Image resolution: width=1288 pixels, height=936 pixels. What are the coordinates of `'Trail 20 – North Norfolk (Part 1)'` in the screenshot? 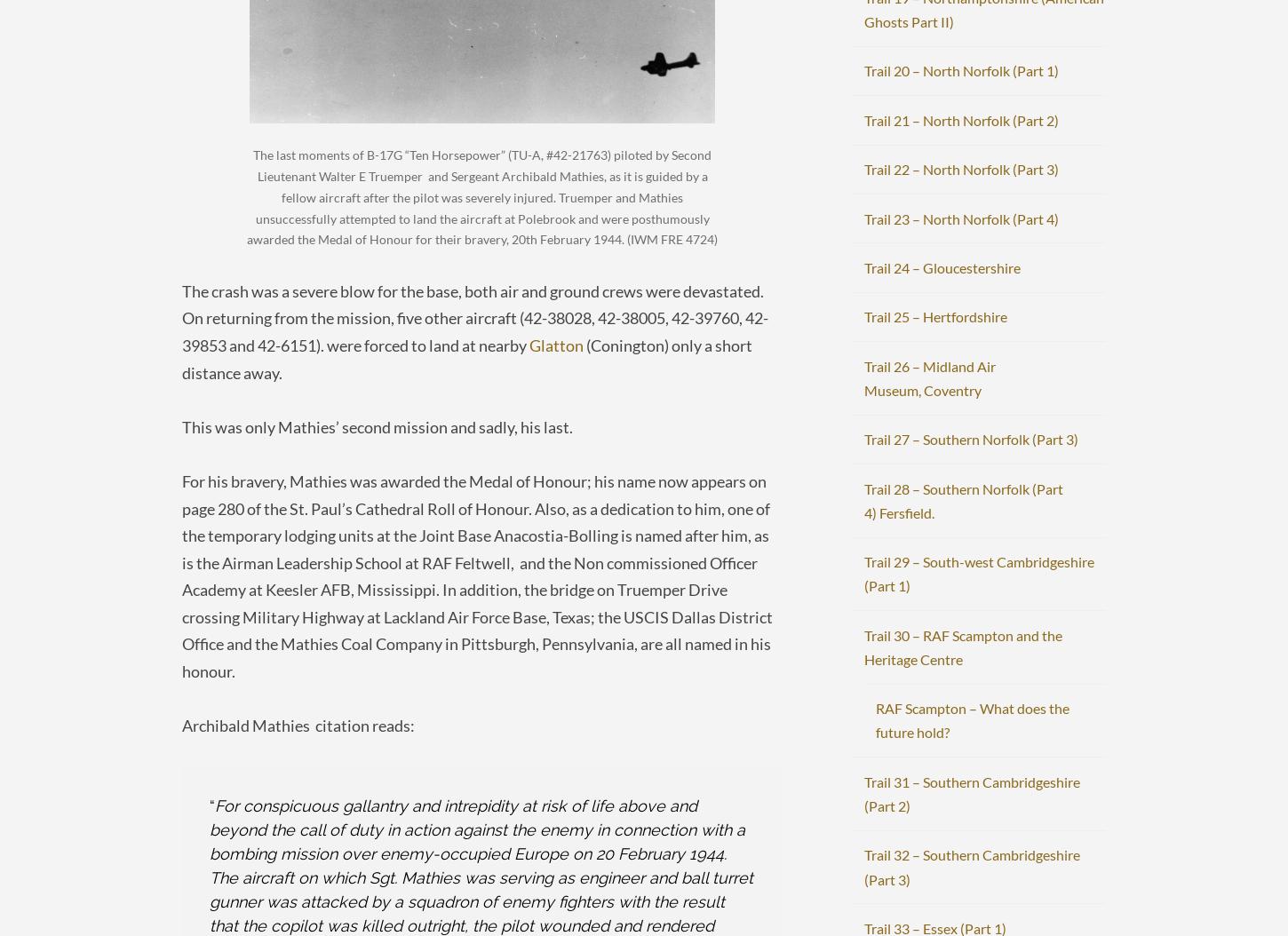 It's located at (960, 69).